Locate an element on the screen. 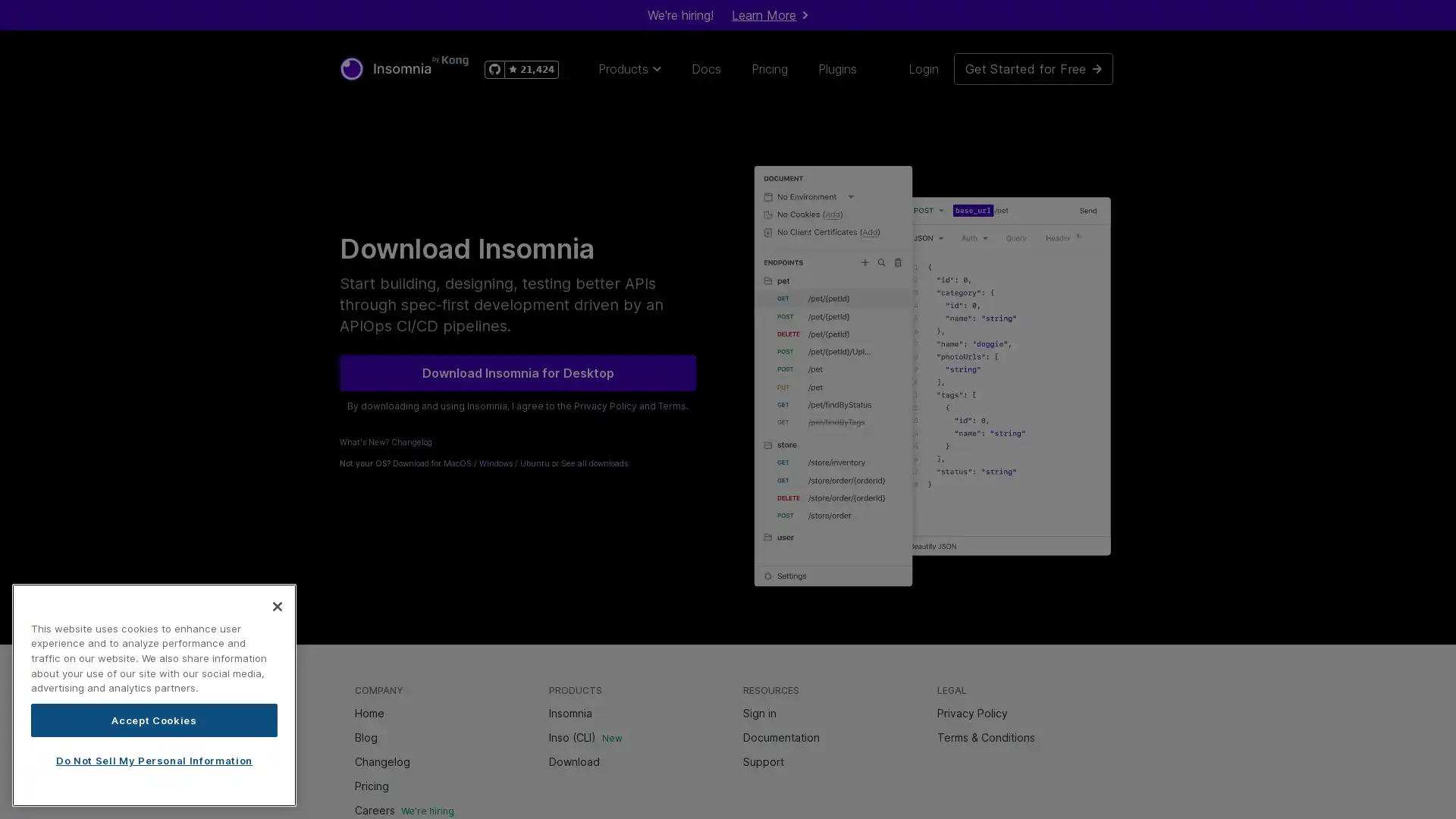  Accept Cookies is located at coordinates (154, 719).